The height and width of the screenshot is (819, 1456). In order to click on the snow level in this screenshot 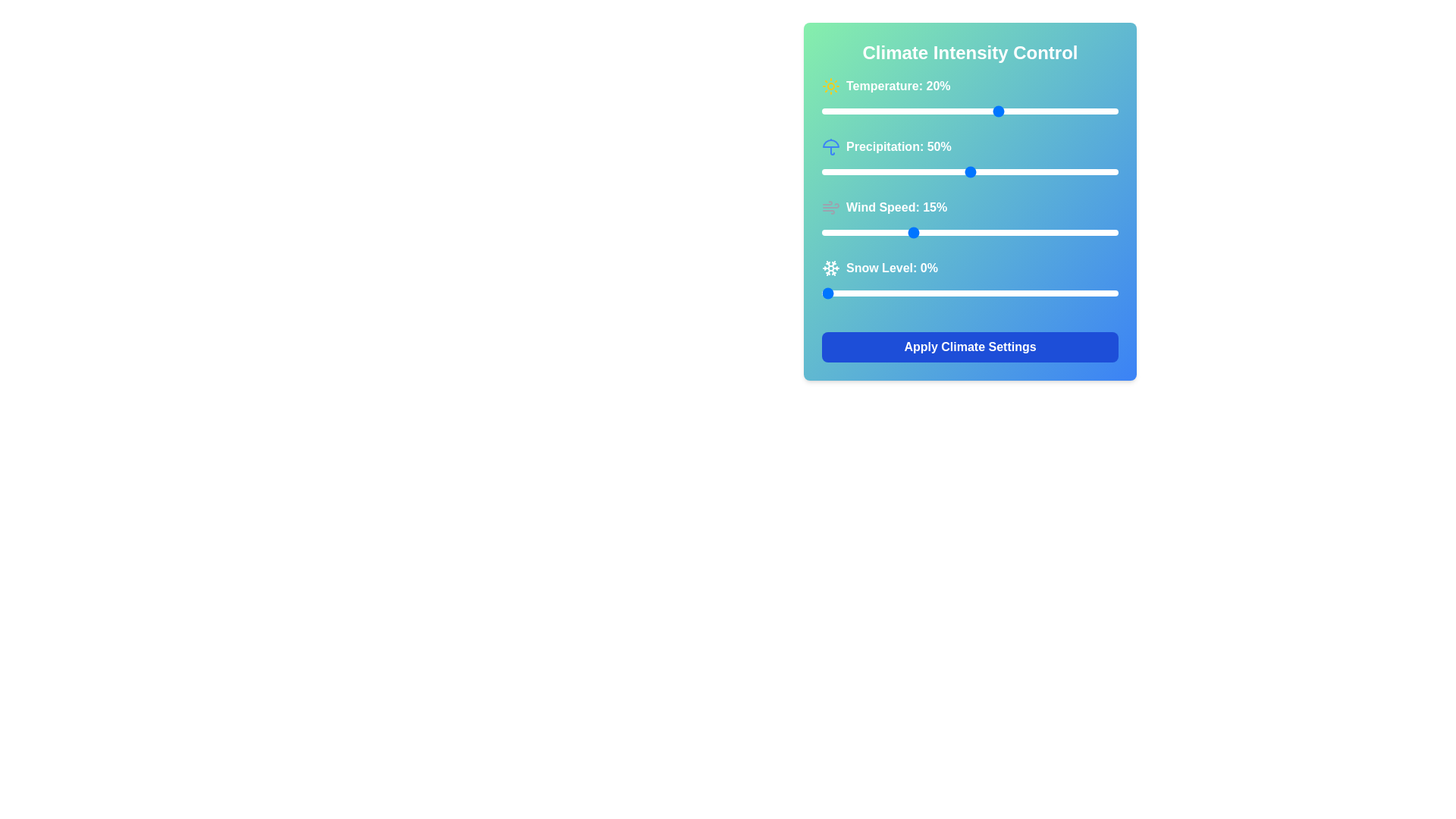, I will do `click(1031, 293)`.